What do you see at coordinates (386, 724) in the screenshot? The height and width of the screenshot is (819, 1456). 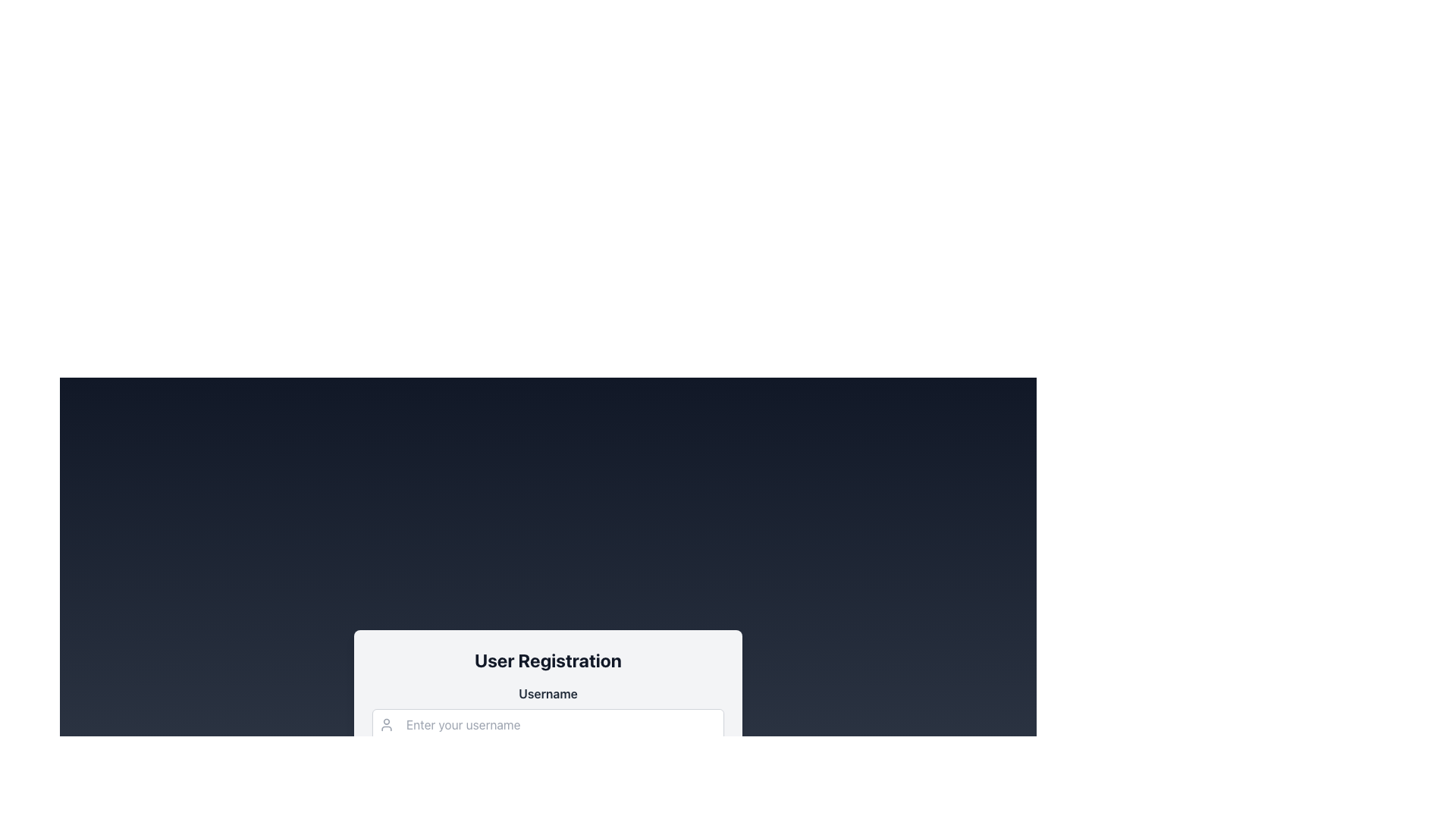 I see `the icon located to the left of the username text input field in the User Registration section` at bounding box center [386, 724].